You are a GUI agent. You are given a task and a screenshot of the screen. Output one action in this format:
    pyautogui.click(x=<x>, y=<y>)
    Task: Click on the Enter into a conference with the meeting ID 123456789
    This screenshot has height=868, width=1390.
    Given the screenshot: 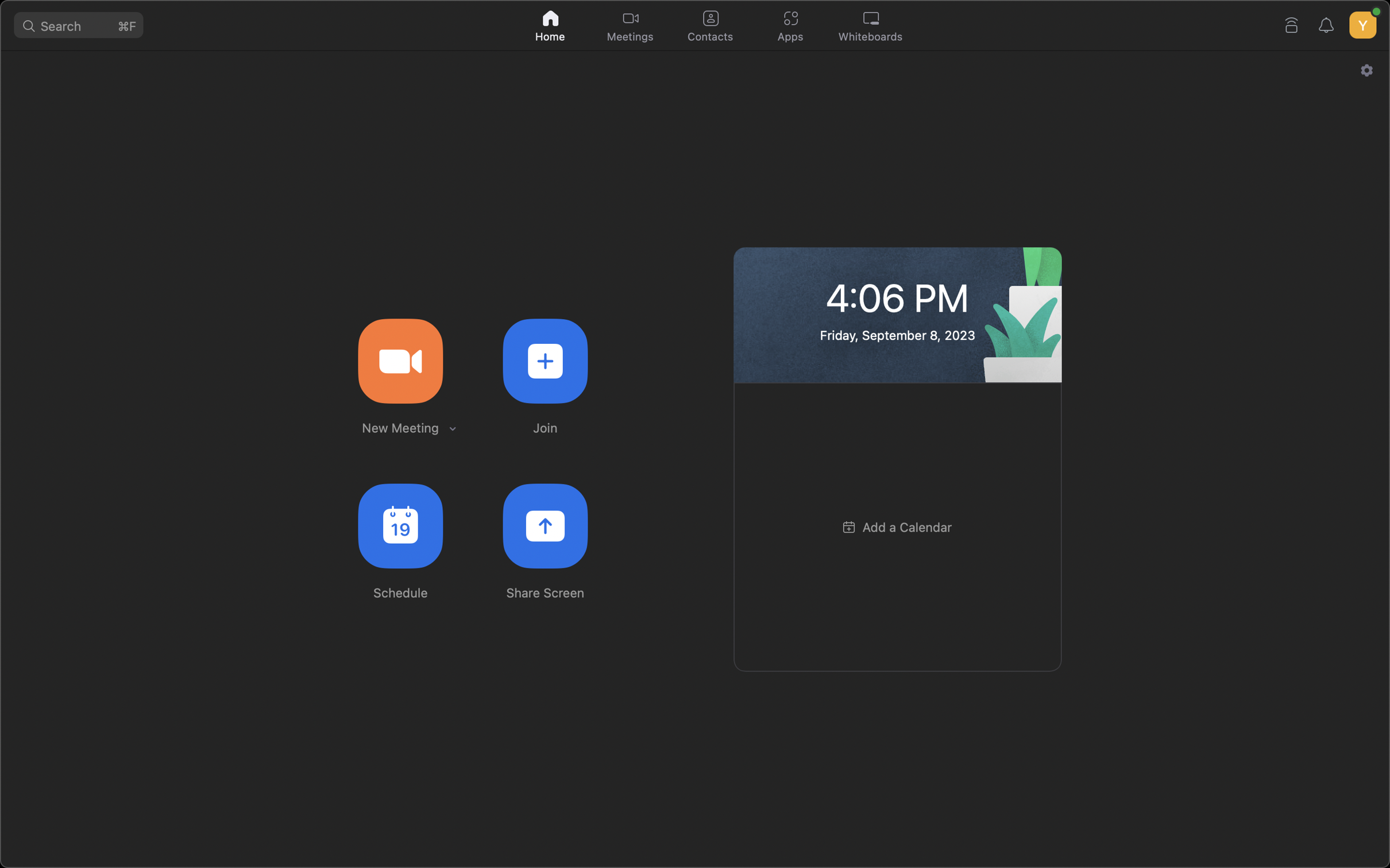 What is the action you would take?
    pyautogui.click(x=545, y=359)
    